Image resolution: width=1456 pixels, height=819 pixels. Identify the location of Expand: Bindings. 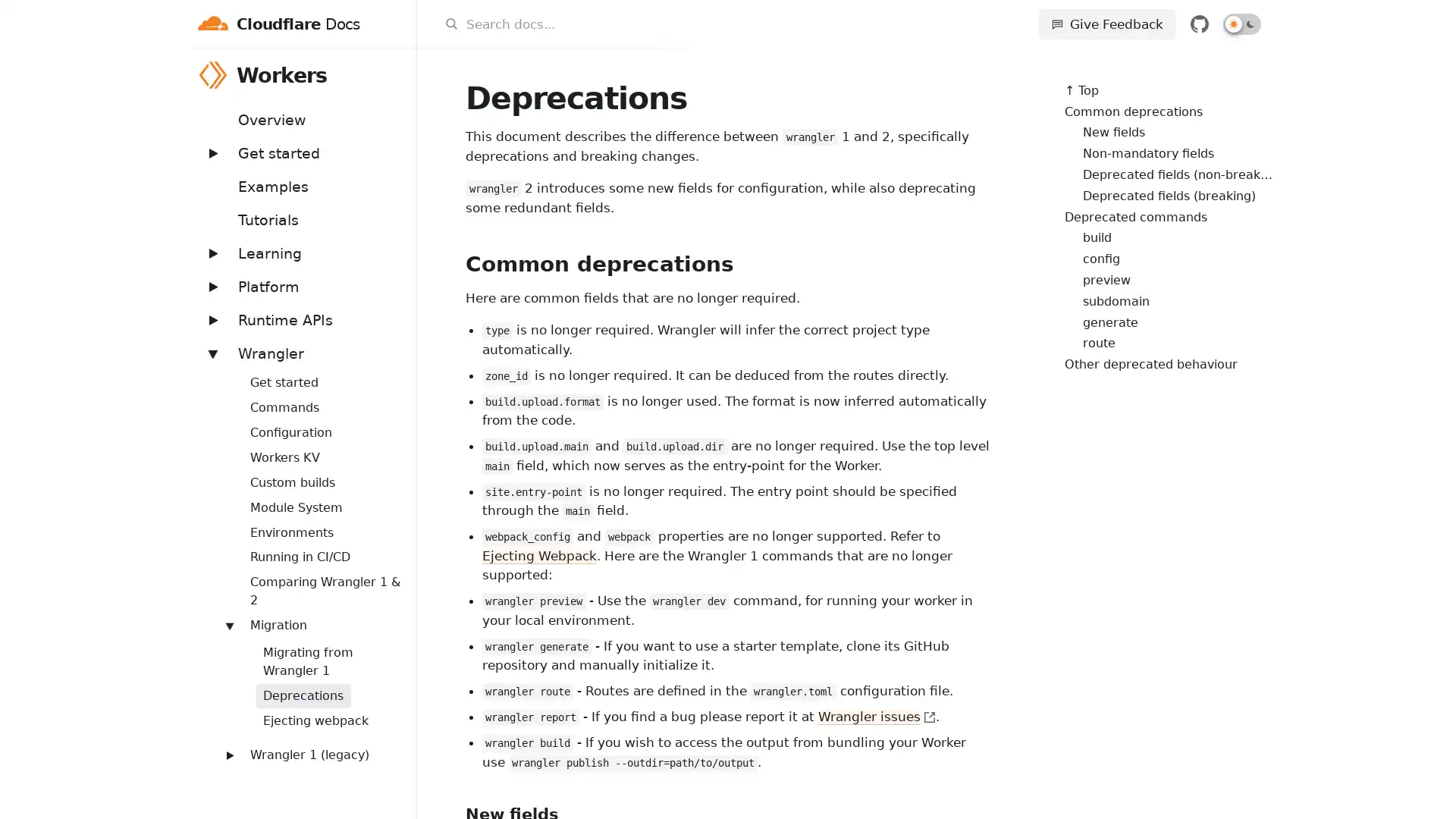
(221, 339).